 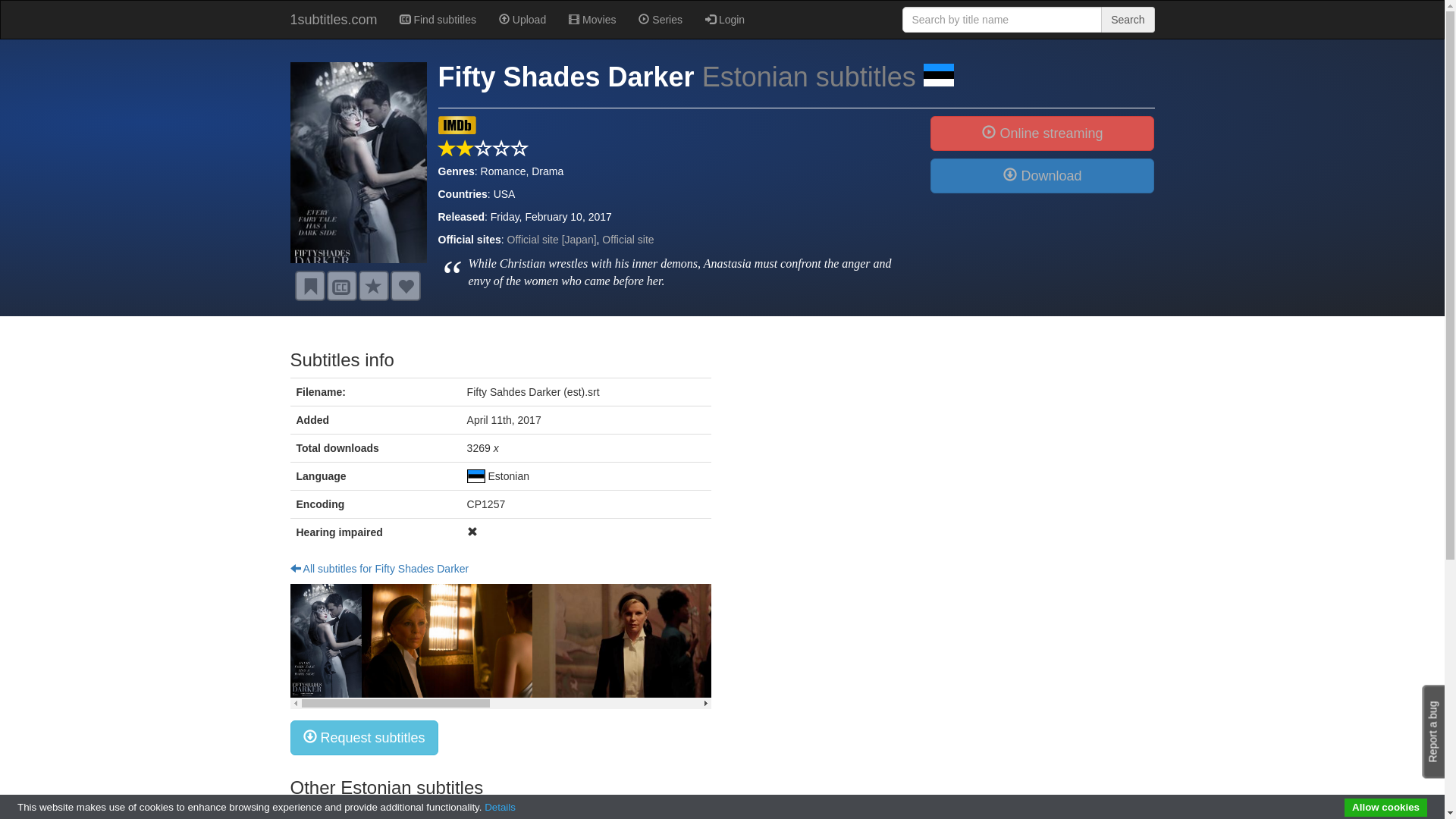 I want to click on 'Rate it!', so click(x=372, y=286).